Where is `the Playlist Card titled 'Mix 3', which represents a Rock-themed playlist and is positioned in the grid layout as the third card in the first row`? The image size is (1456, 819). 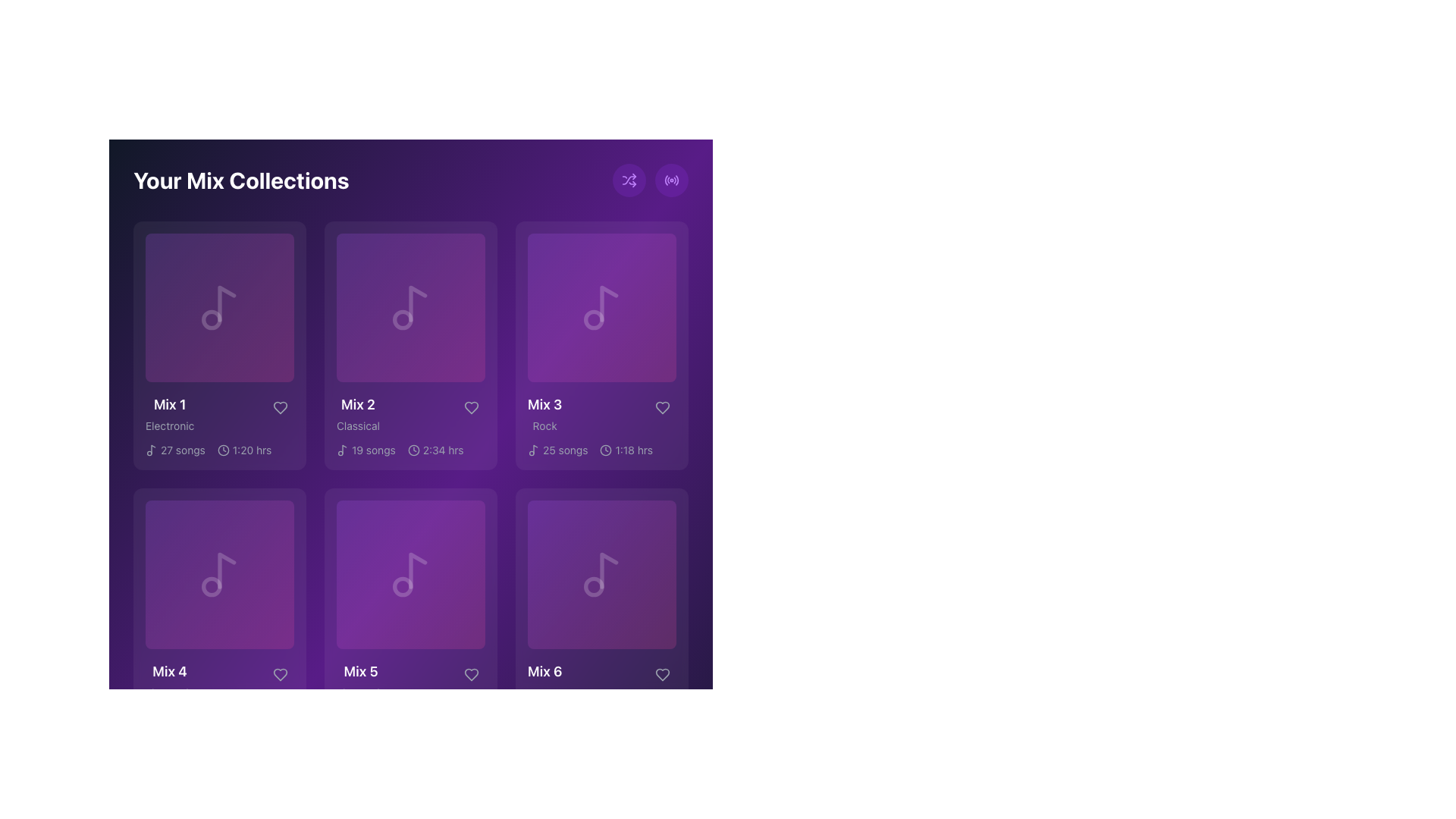 the Playlist Card titled 'Mix 3', which represents a Rock-themed playlist and is positioned in the grid layout as the third card in the first row is located at coordinates (601, 345).